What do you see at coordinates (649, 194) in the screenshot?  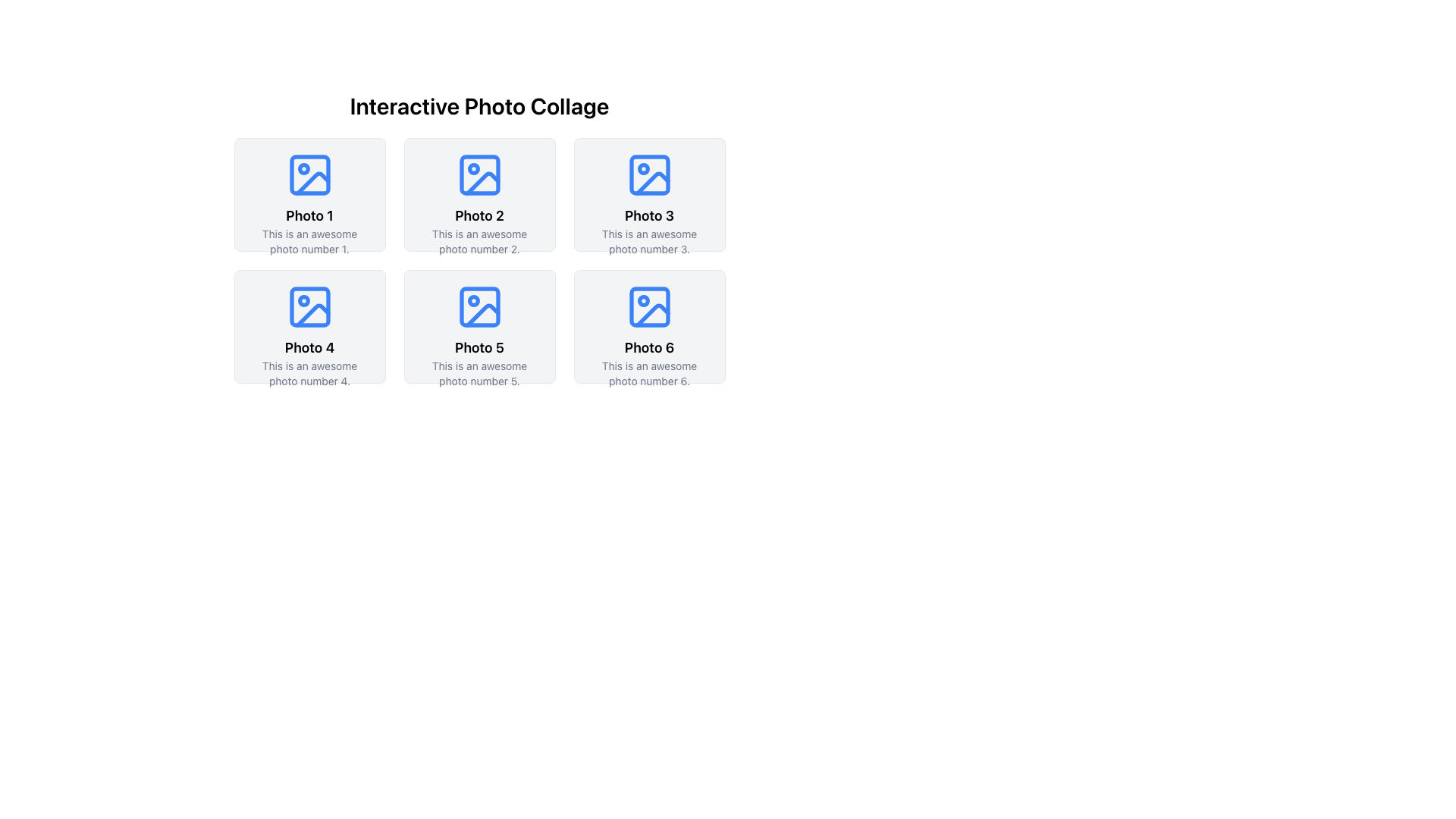 I see `the zoom in icon associated with 'Photo 3' to enlarge the content` at bounding box center [649, 194].